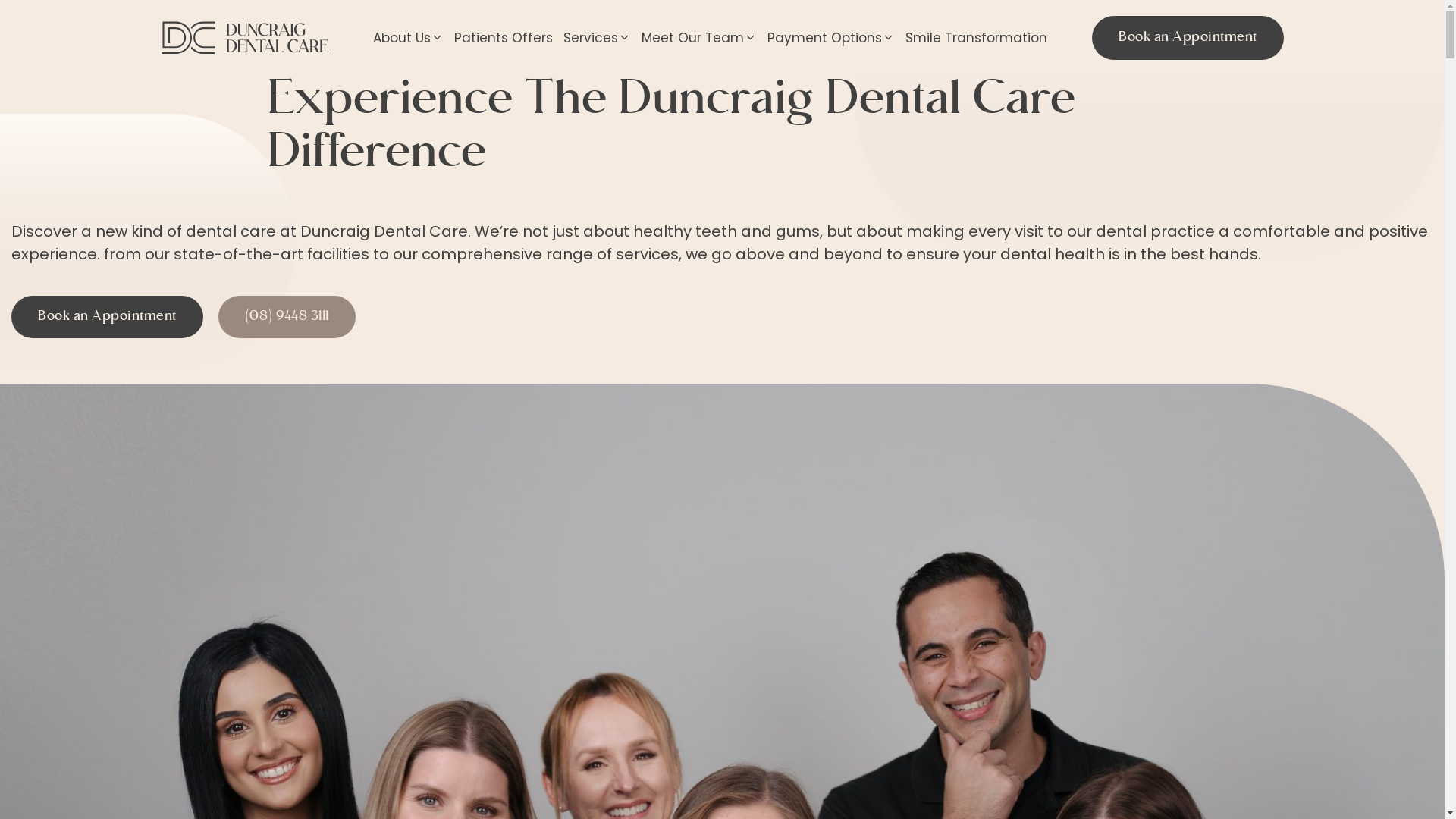 The height and width of the screenshot is (819, 1456). I want to click on 'Payment Options', so click(830, 37).